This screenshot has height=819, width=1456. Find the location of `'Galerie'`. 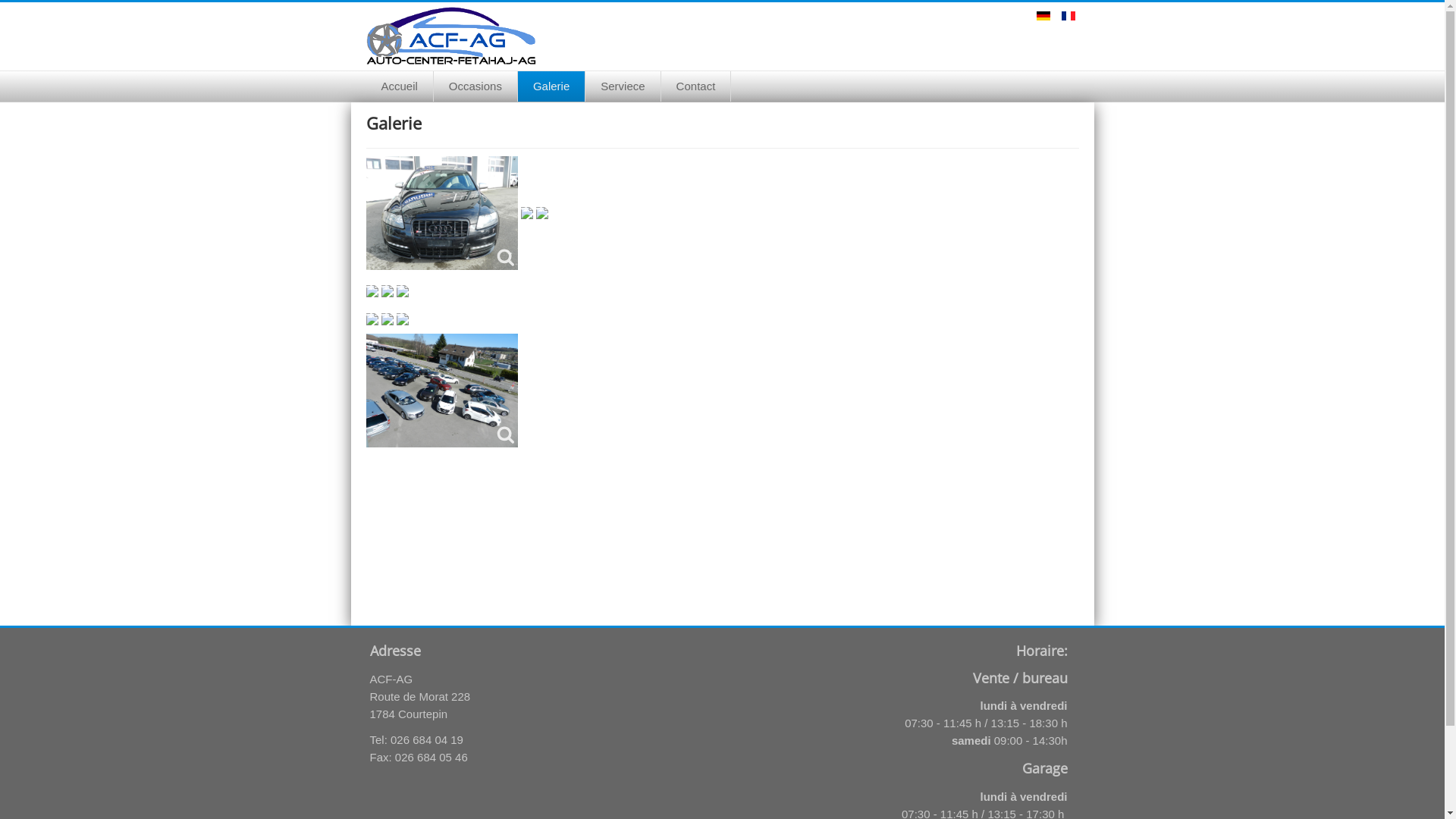

'Galerie' is located at coordinates (517, 86).